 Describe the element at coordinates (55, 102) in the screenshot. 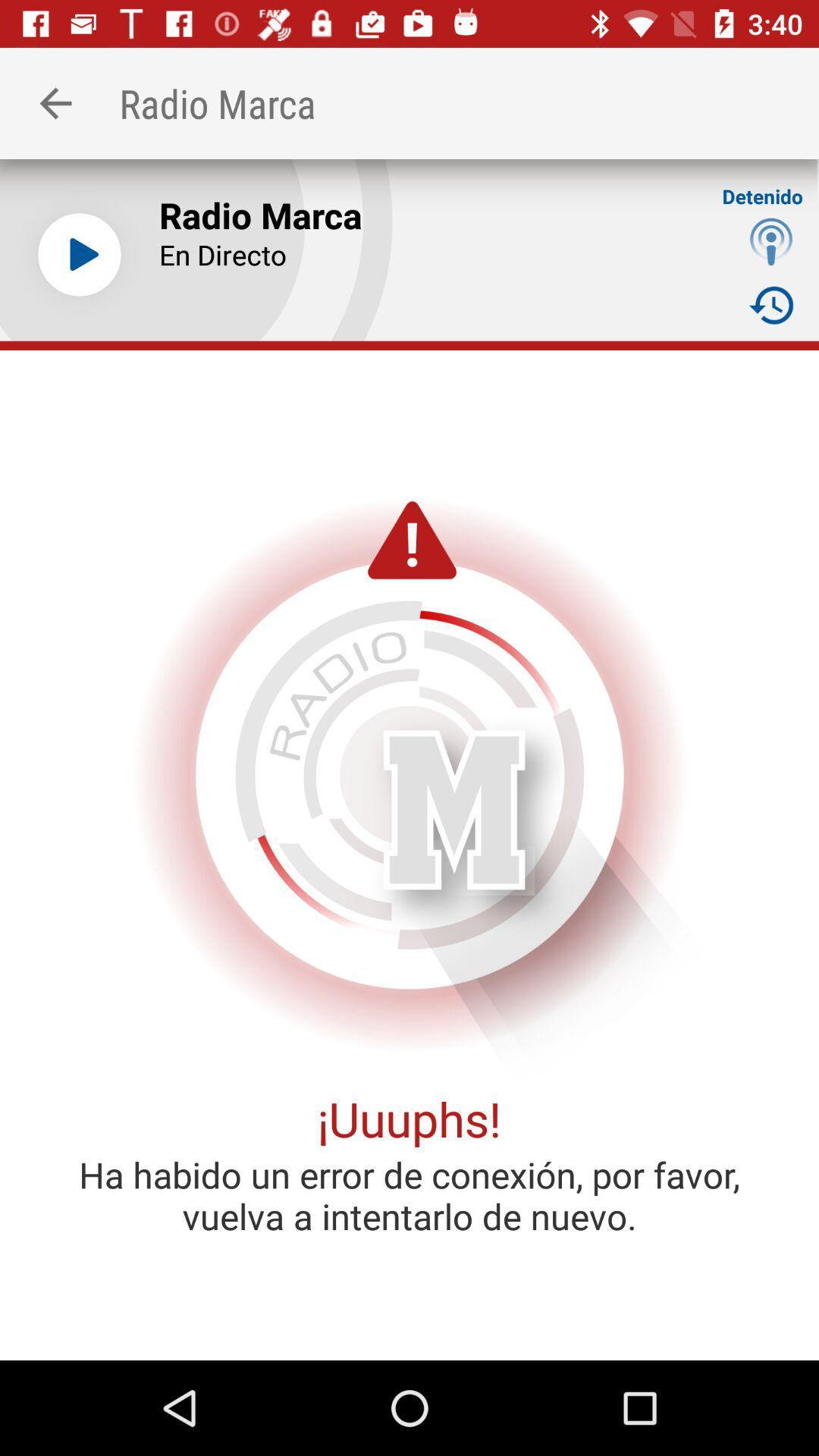

I see `the app next to the radio marca` at that location.